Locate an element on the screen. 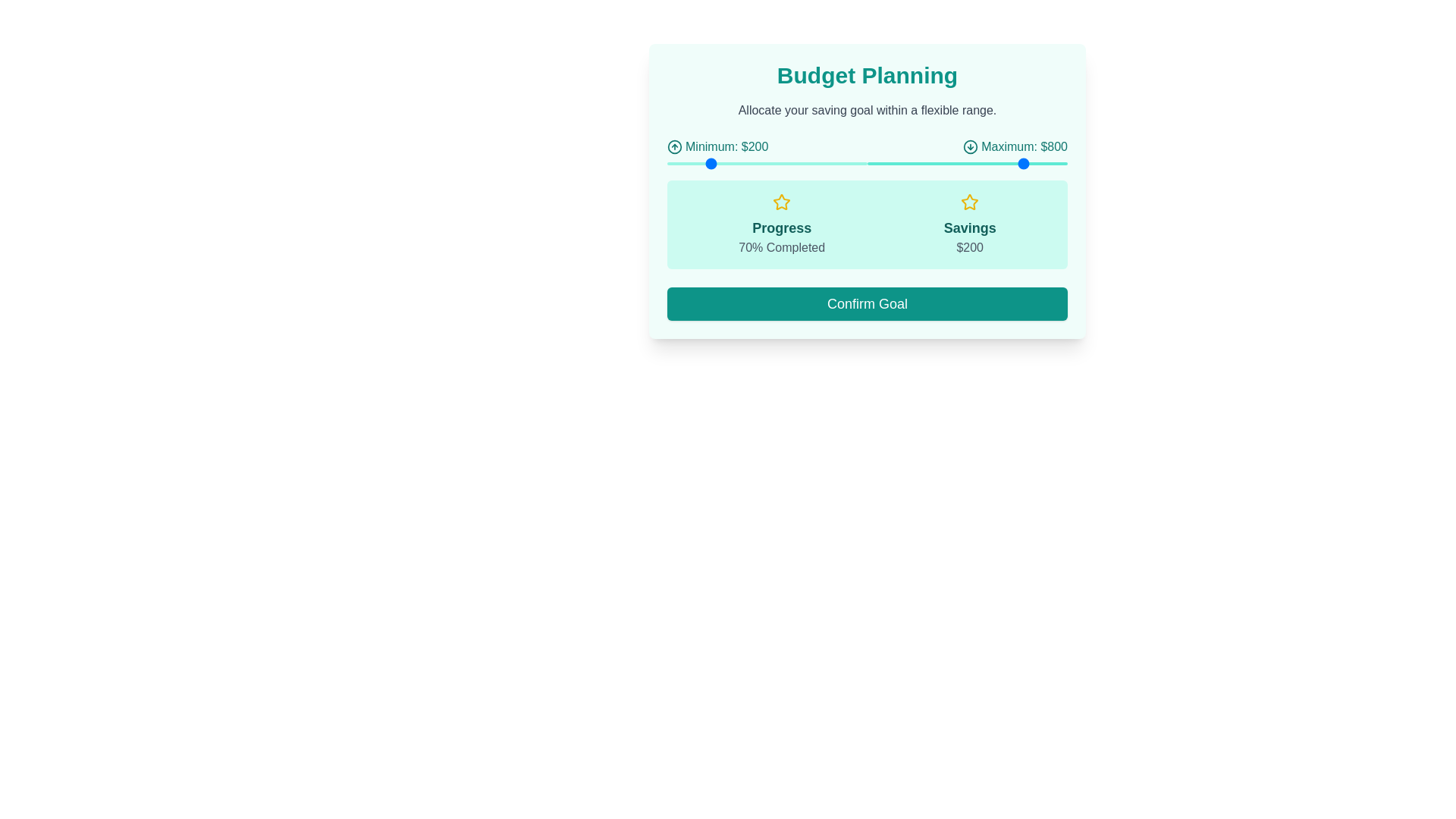 Image resolution: width=1456 pixels, height=819 pixels. the upward-pointing arrow icon enclosed within a circular outline, located to the left of the text 'Minimum: $200', part of the group aligning with the left side of the central progress bar under 'Budget Planning' is located at coordinates (673, 146).